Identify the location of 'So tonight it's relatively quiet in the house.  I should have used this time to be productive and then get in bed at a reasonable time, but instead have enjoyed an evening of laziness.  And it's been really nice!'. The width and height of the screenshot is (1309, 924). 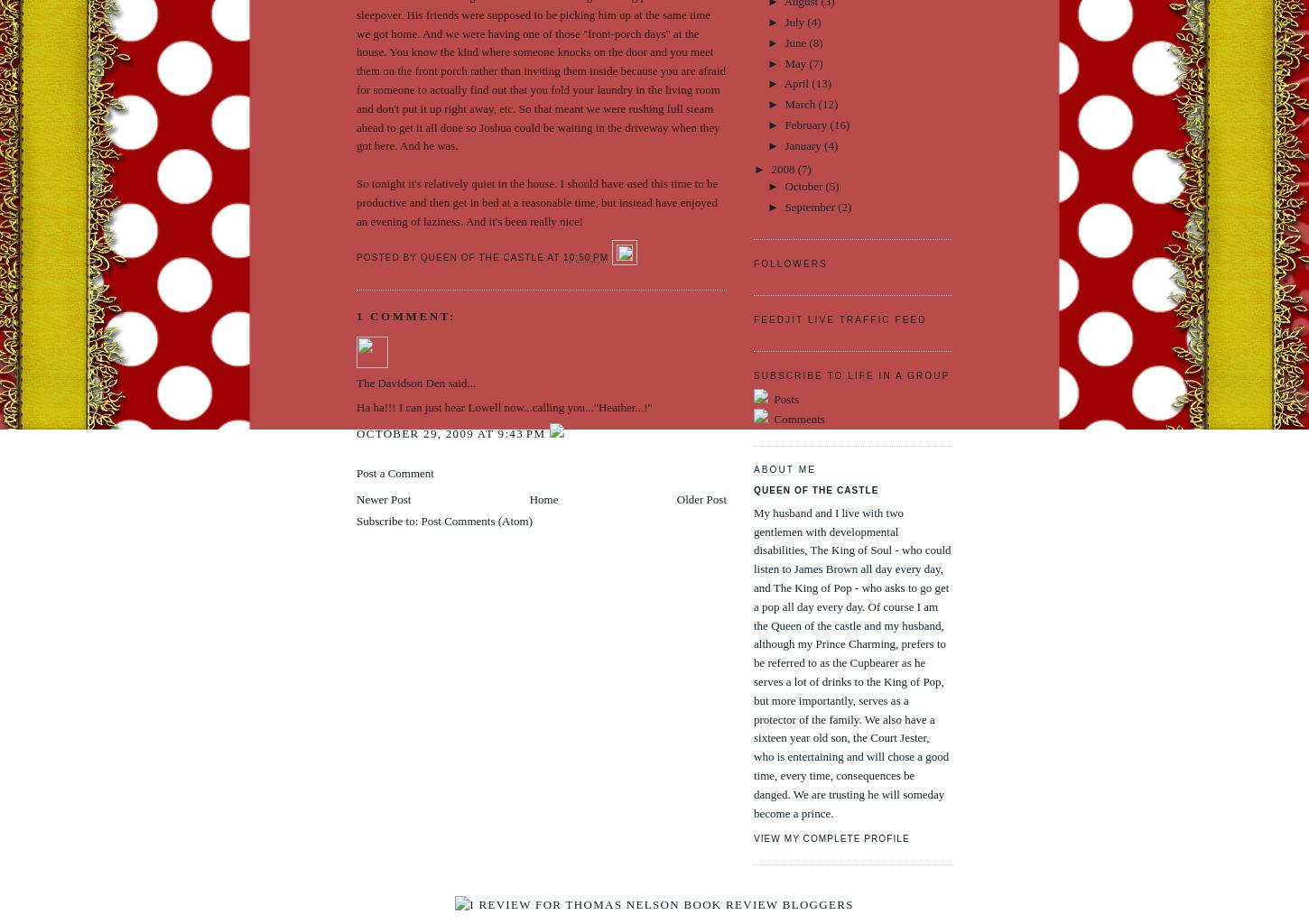
(536, 201).